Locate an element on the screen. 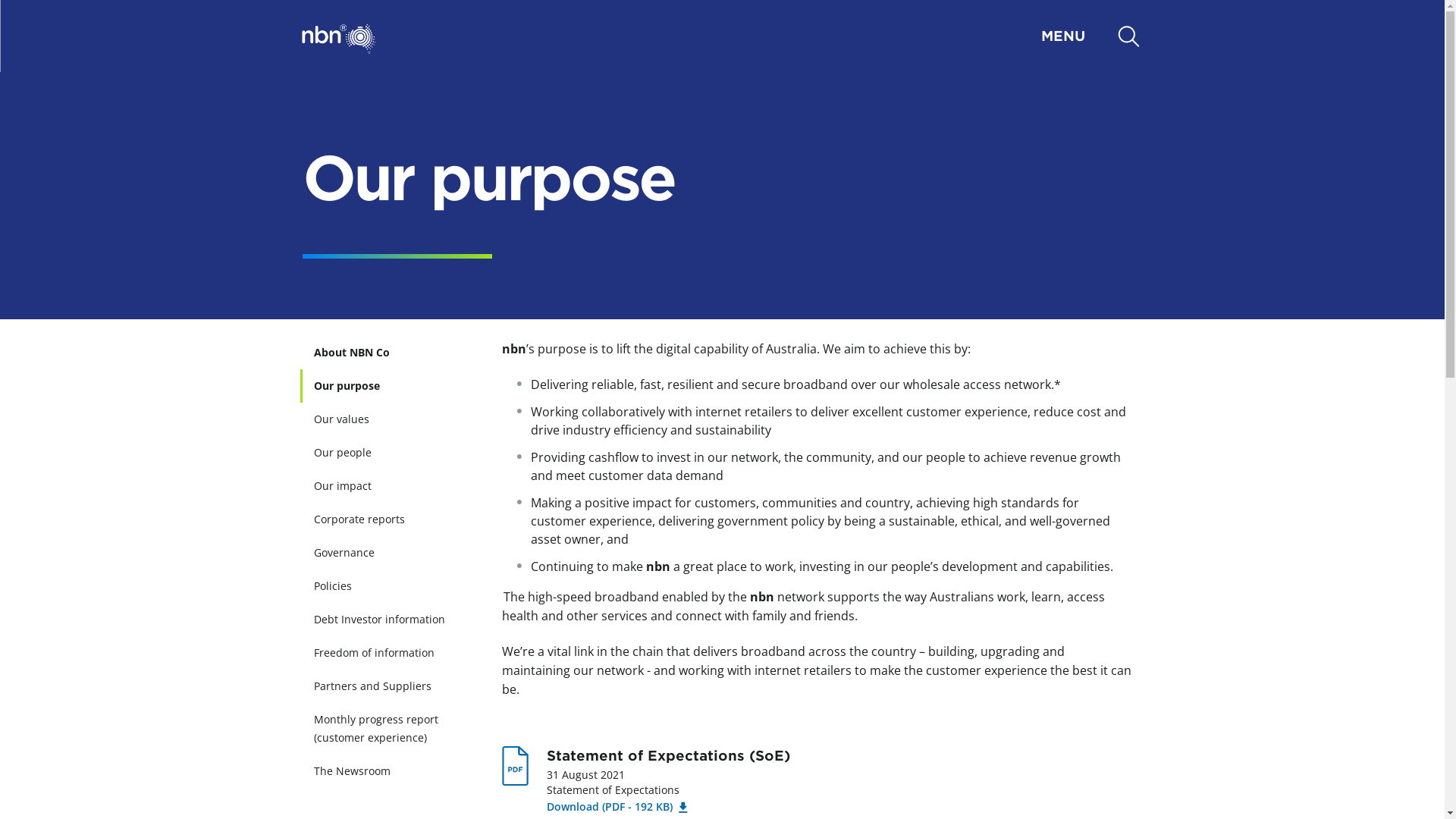  'Governance' is located at coordinates (388, 553).